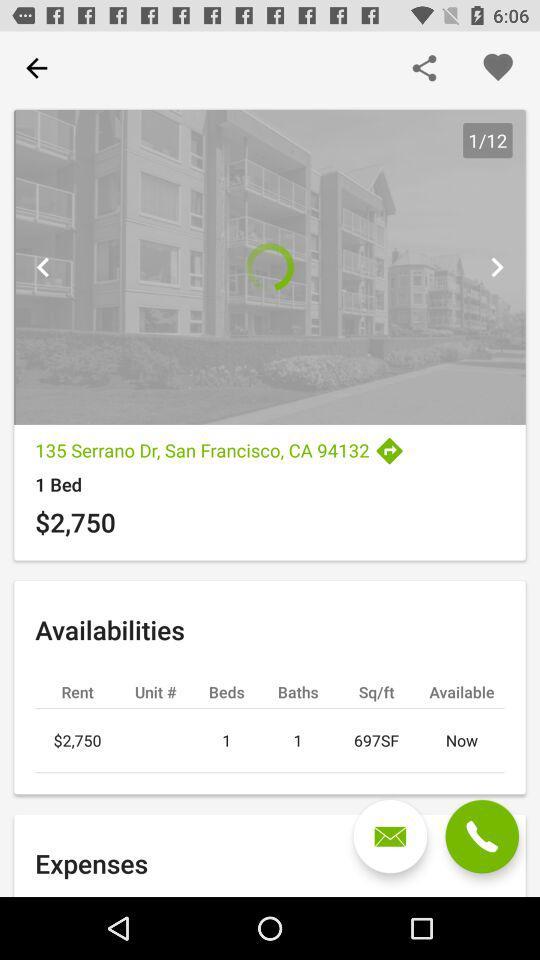  I want to click on click liked, so click(496, 68).